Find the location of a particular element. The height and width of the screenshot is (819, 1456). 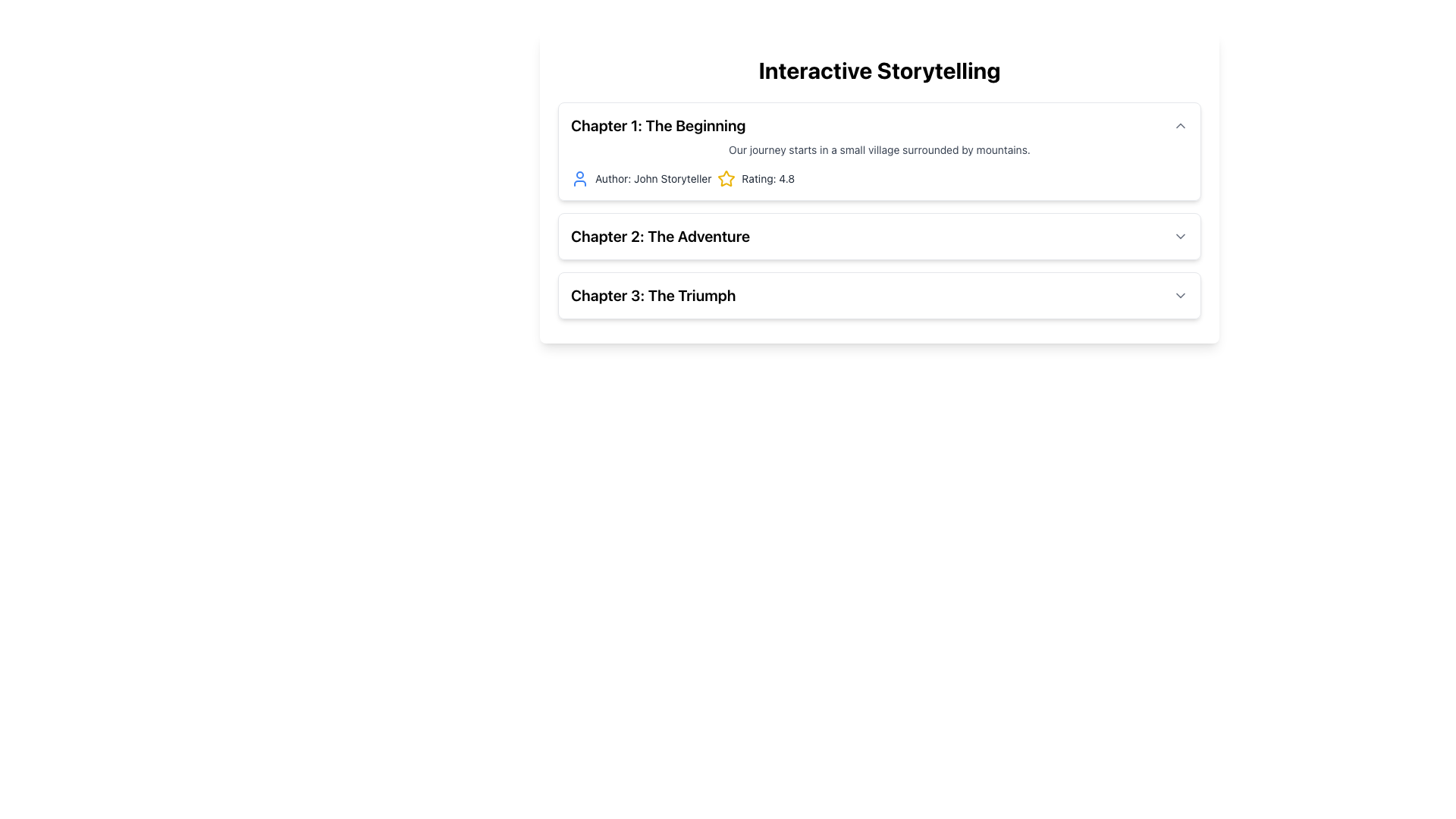

the author icon located in the first card labeled 'Chapter 1: The Beginning', positioned to the far left before the text 'Author: John Storyteller' is located at coordinates (579, 177).